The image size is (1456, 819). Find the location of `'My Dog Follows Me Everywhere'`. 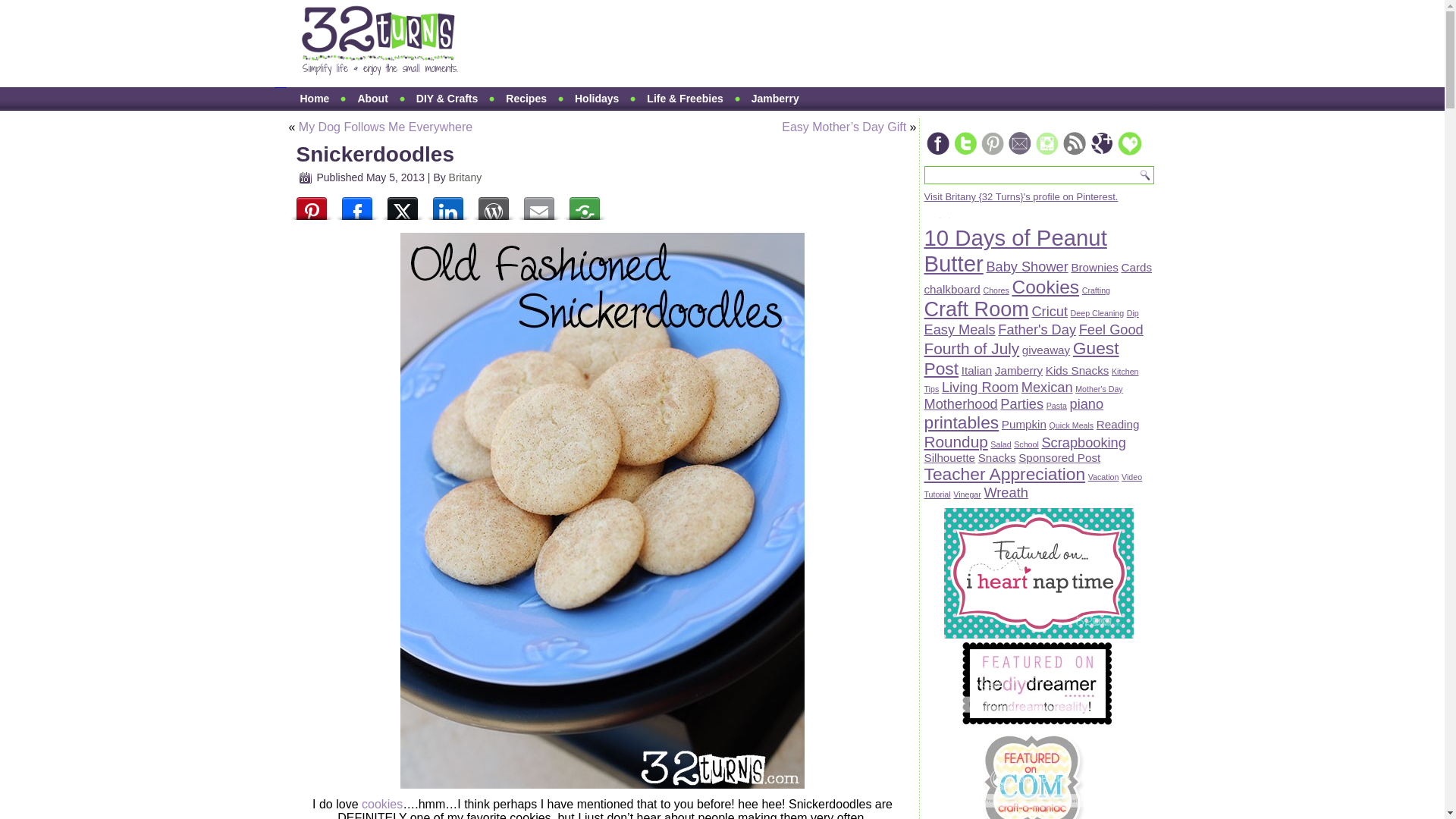

'My Dog Follows Me Everywhere' is located at coordinates (298, 126).